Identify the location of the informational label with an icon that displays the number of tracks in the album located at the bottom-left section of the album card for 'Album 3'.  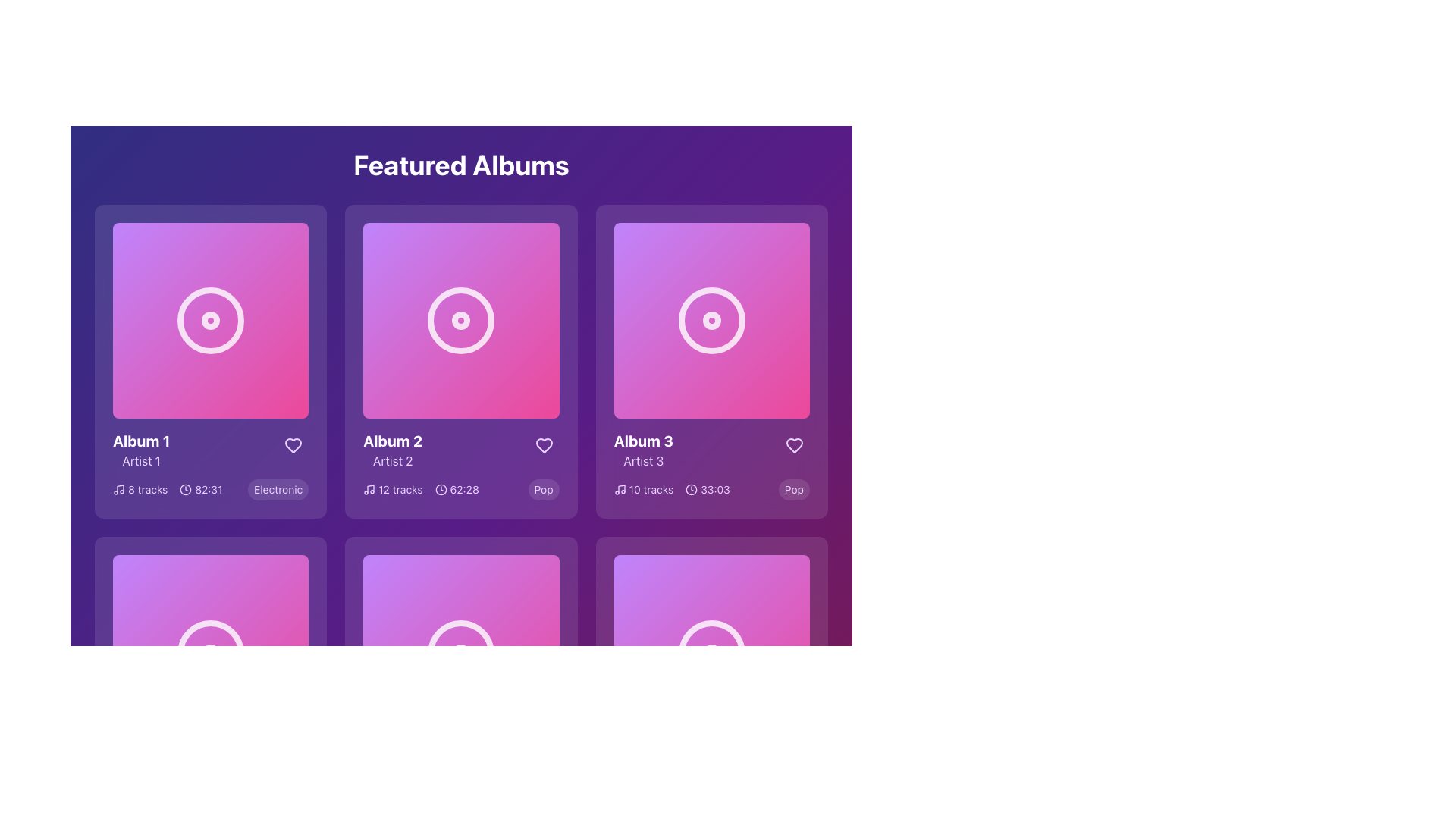
(644, 490).